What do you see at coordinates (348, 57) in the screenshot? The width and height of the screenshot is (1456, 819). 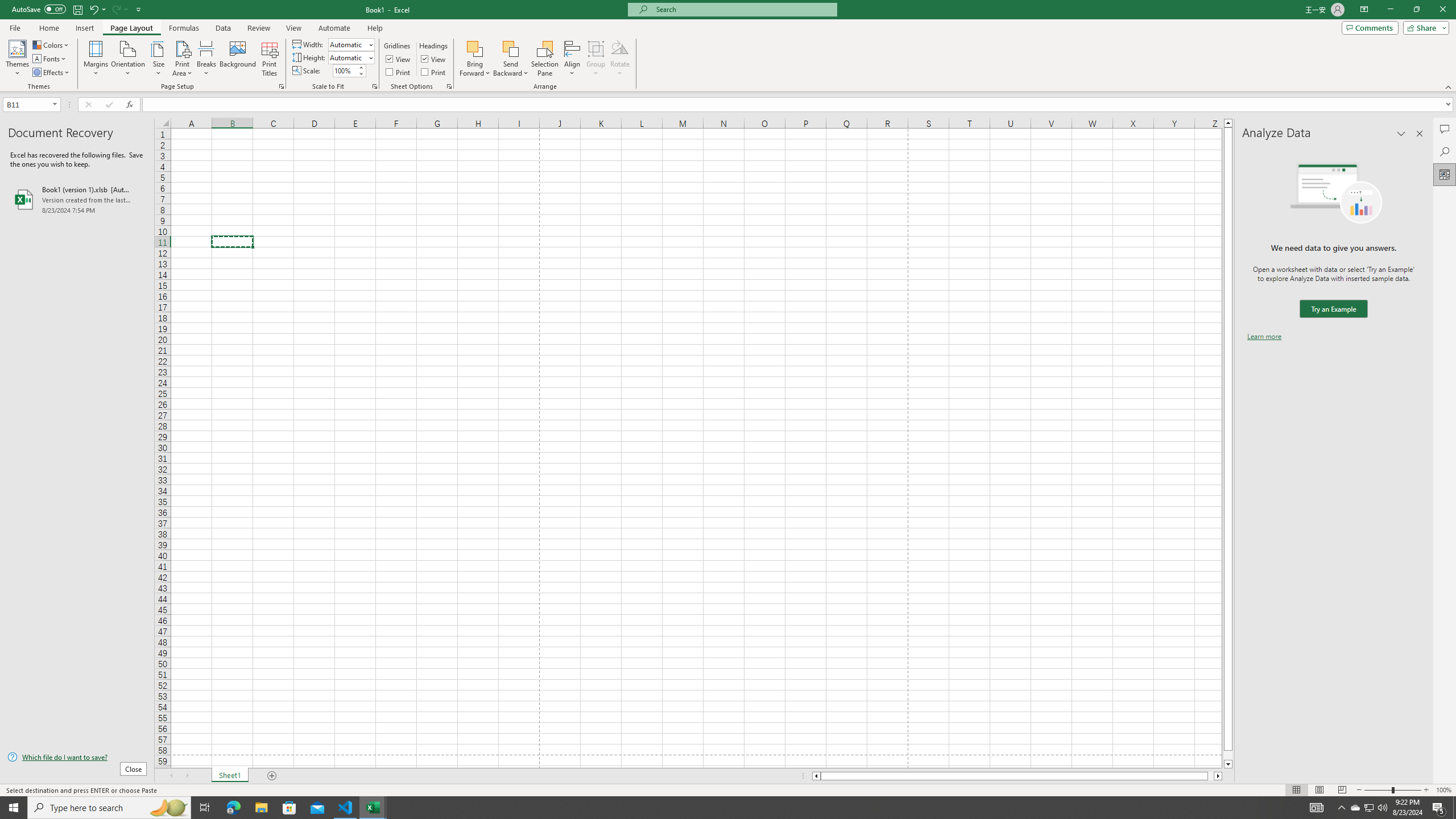 I see `'Height'` at bounding box center [348, 57].